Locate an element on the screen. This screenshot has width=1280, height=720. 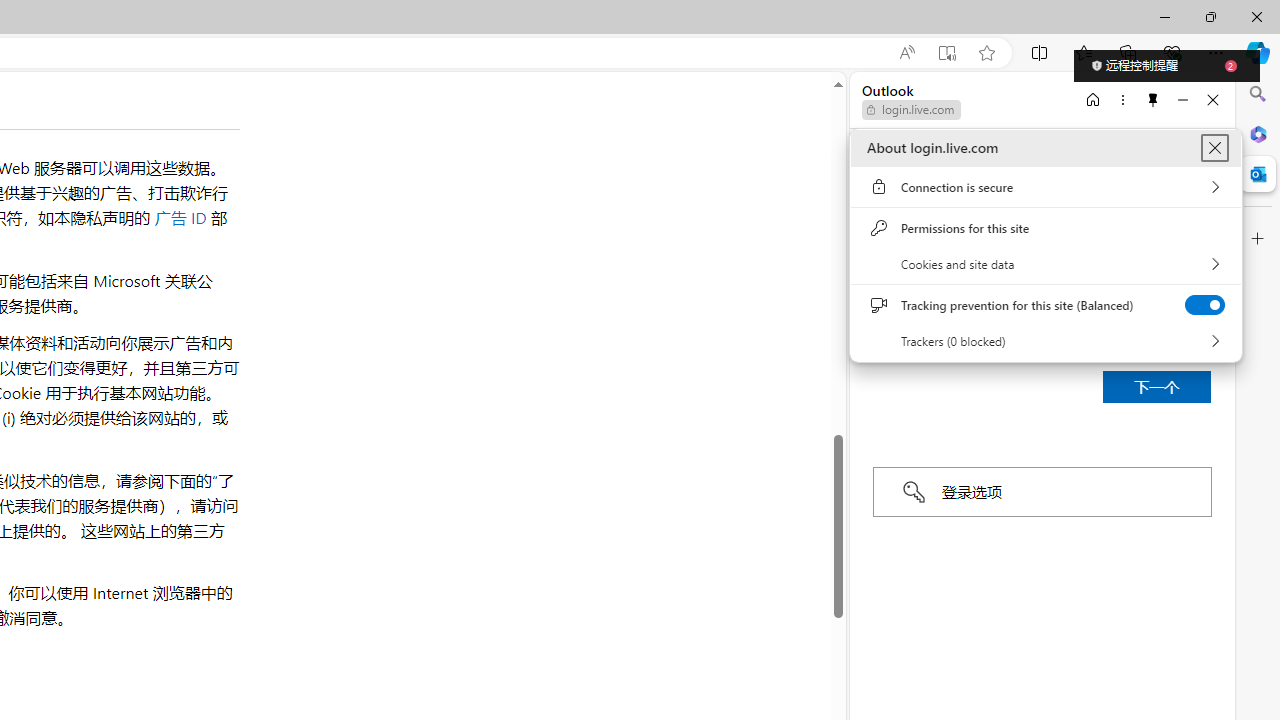
'Connection is secure' is located at coordinates (1045, 187).